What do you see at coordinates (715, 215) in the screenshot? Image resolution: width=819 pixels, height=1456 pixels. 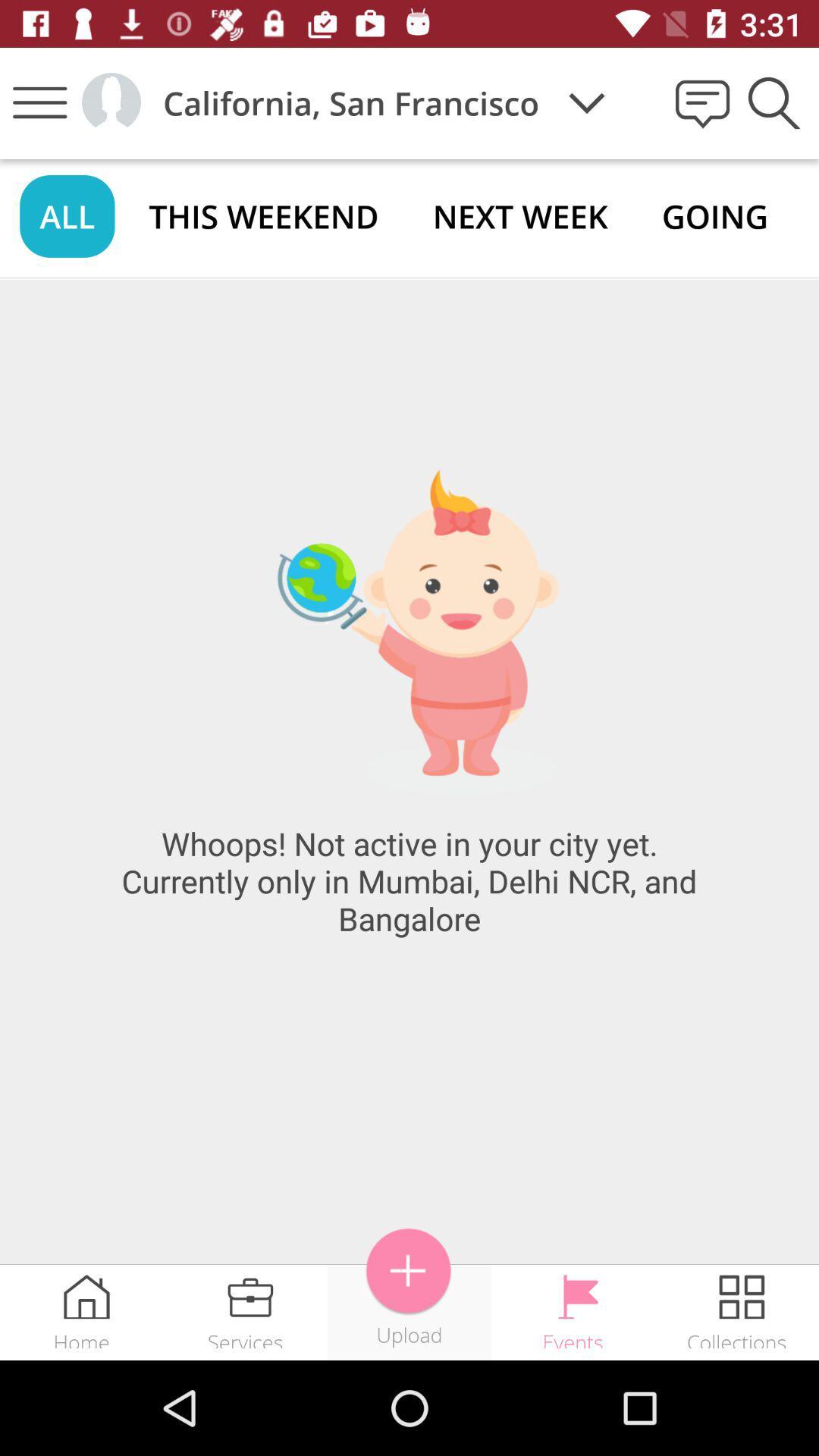 I see `icon next to the next week icon` at bounding box center [715, 215].